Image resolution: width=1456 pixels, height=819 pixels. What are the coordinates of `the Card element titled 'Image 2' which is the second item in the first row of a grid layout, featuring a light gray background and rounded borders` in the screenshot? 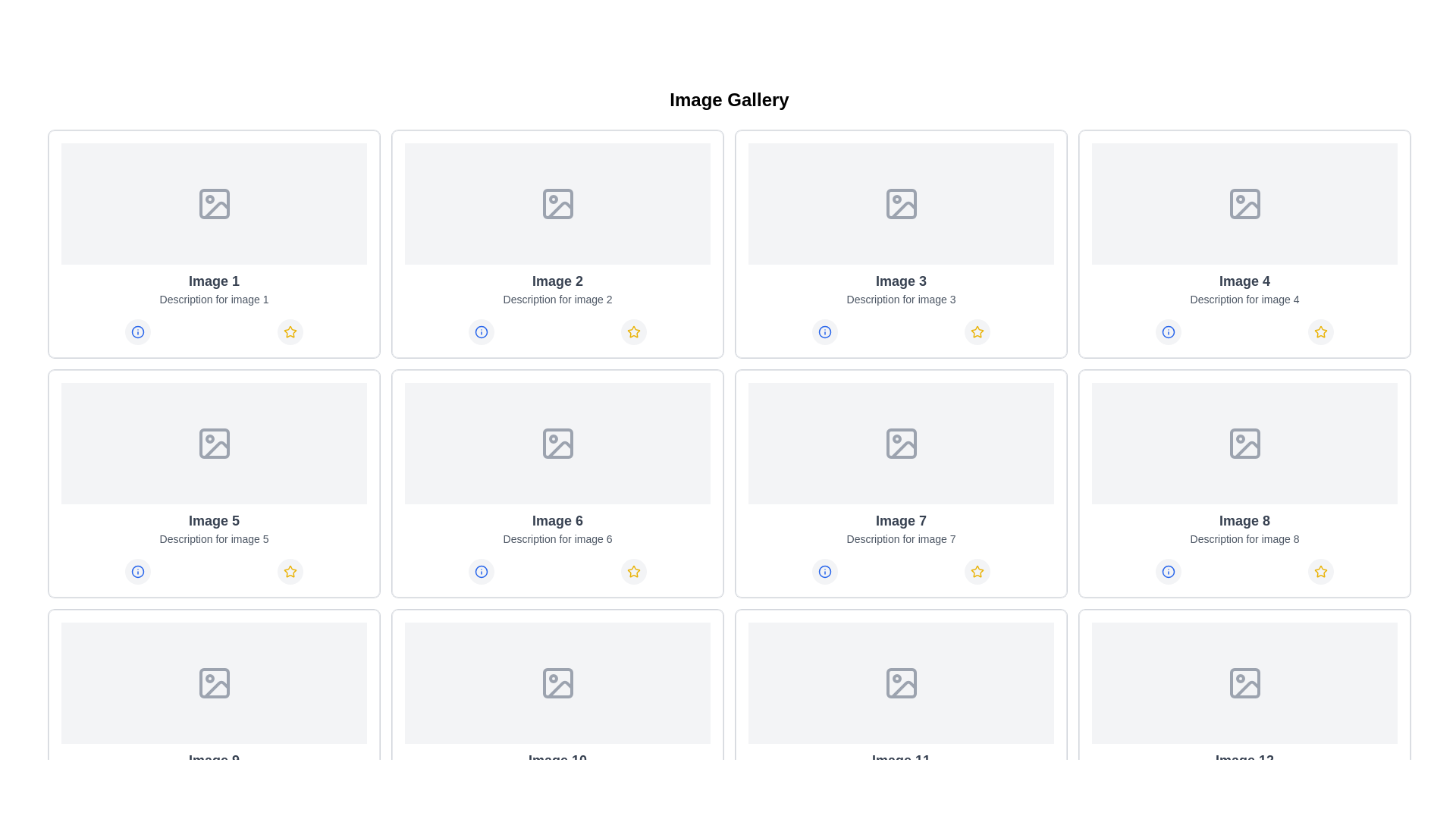 It's located at (557, 243).